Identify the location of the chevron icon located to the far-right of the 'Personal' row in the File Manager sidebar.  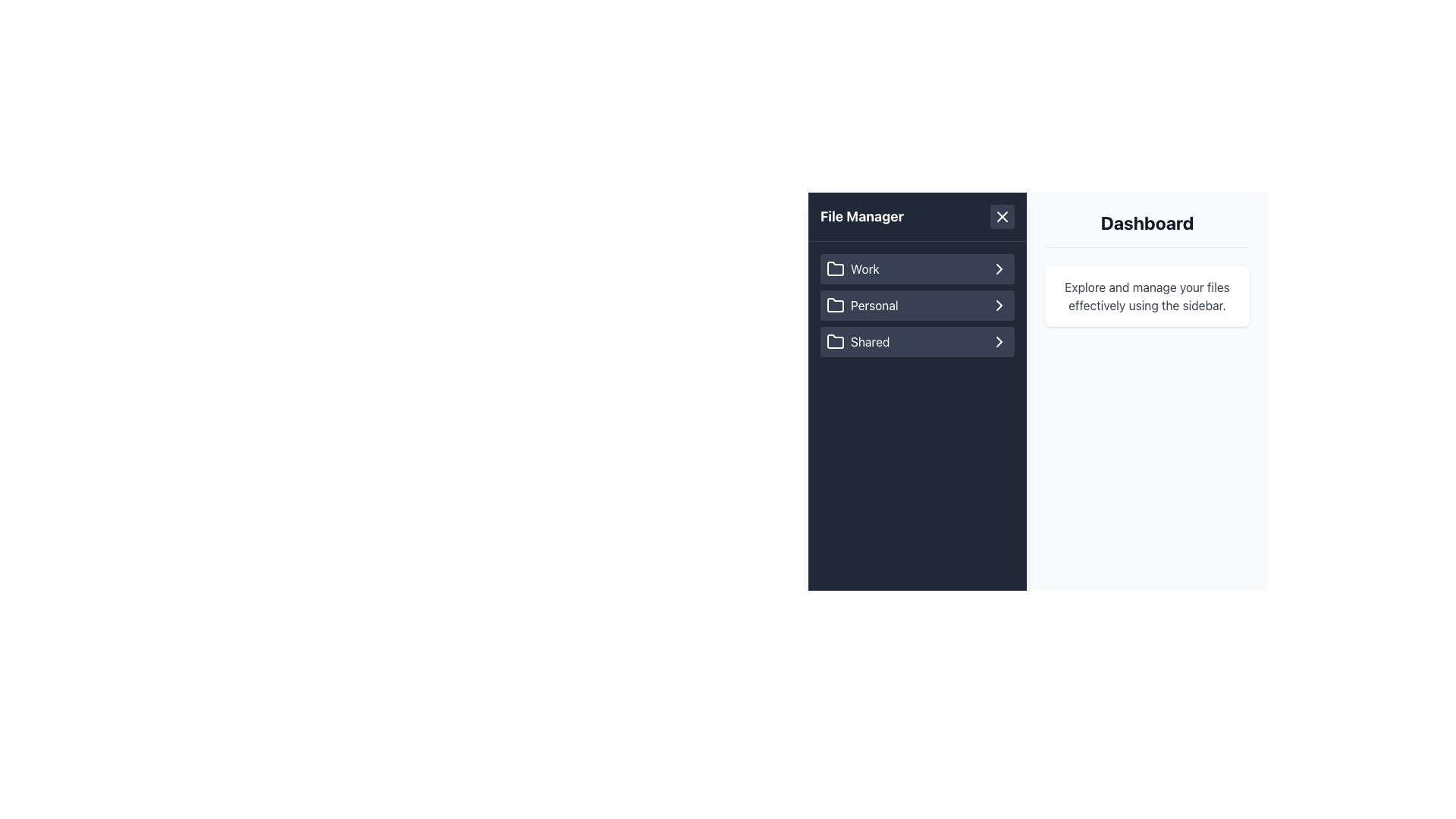
(999, 305).